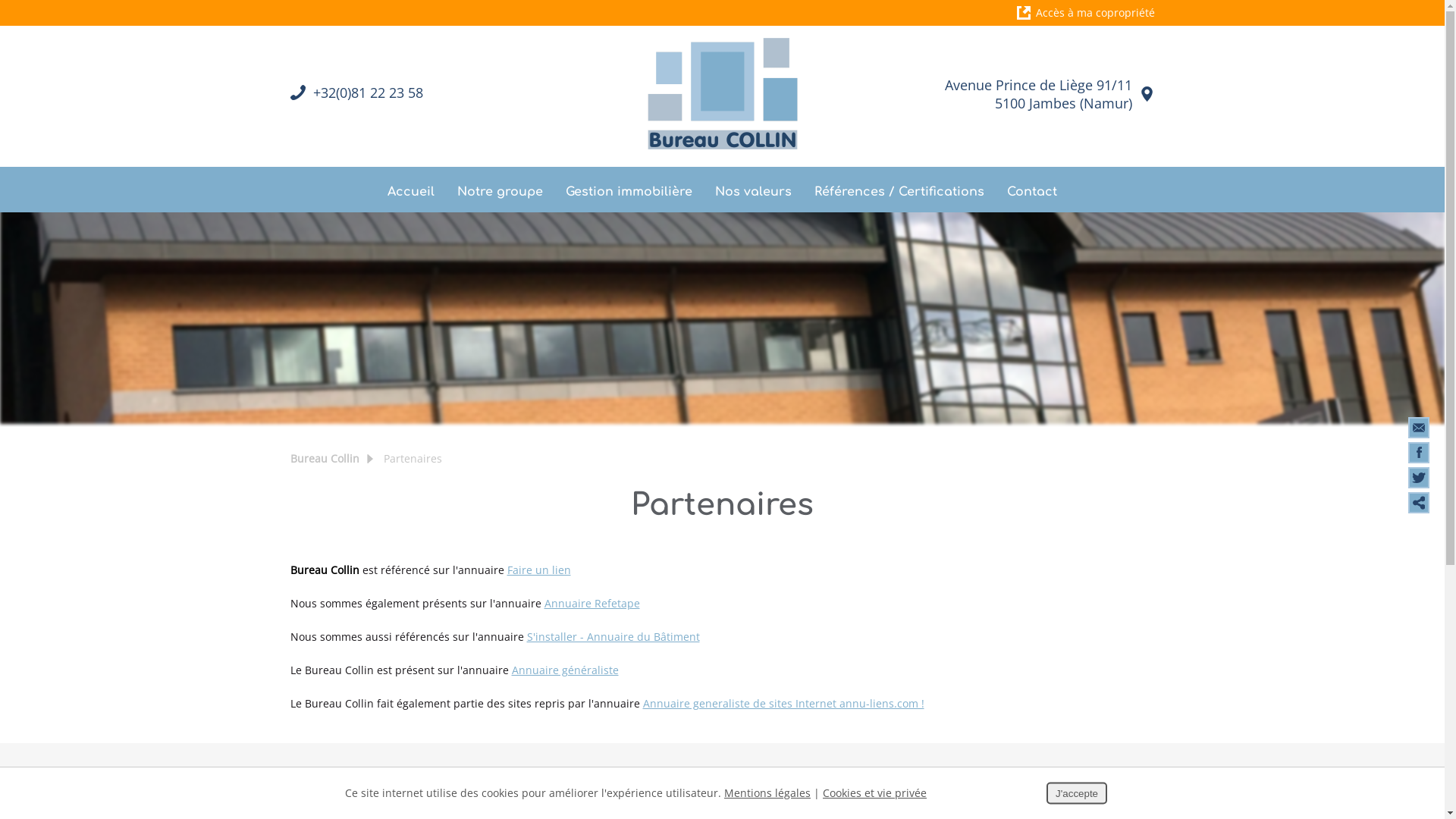 Image resolution: width=1456 pixels, height=819 pixels. Describe the element at coordinates (538, 570) in the screenshot. I see `'Faire un lien'` at that location.